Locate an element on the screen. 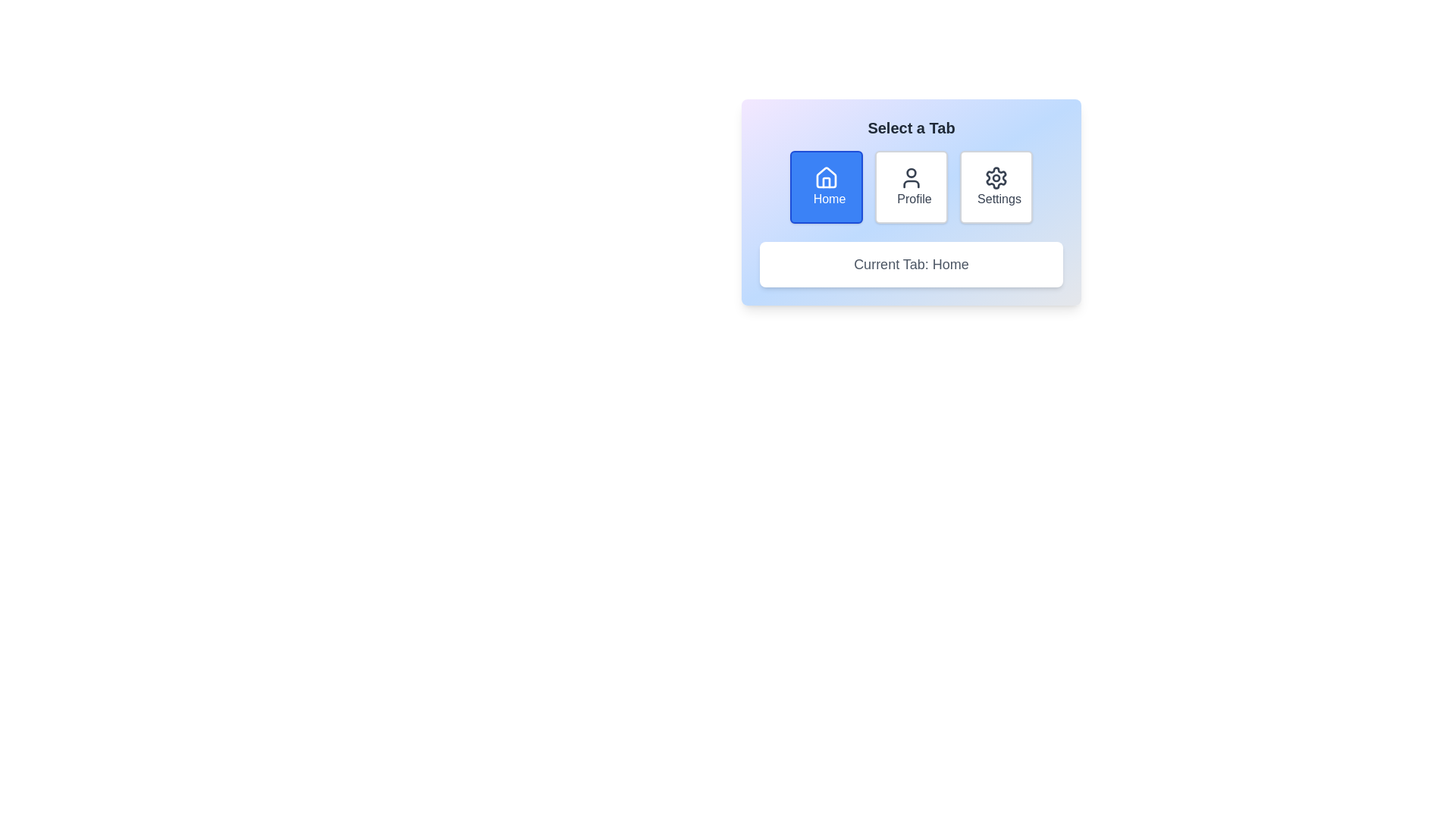  the inner shape of the stylized house icon, which represents the door or window within the house structure, part of the 'Home' interactive button group is located at coordinates (825, 181).